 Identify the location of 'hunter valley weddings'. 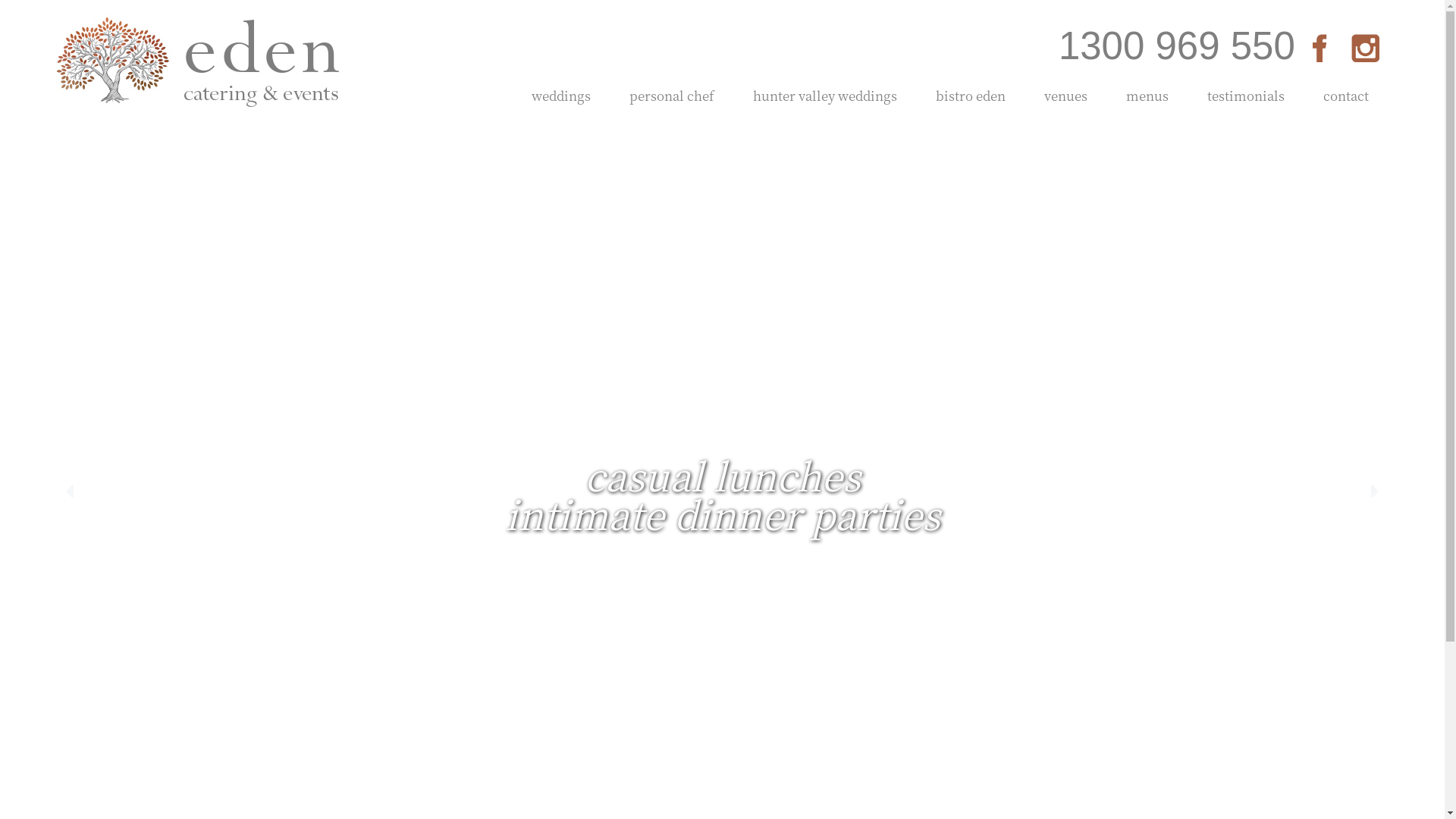
(824, 96).